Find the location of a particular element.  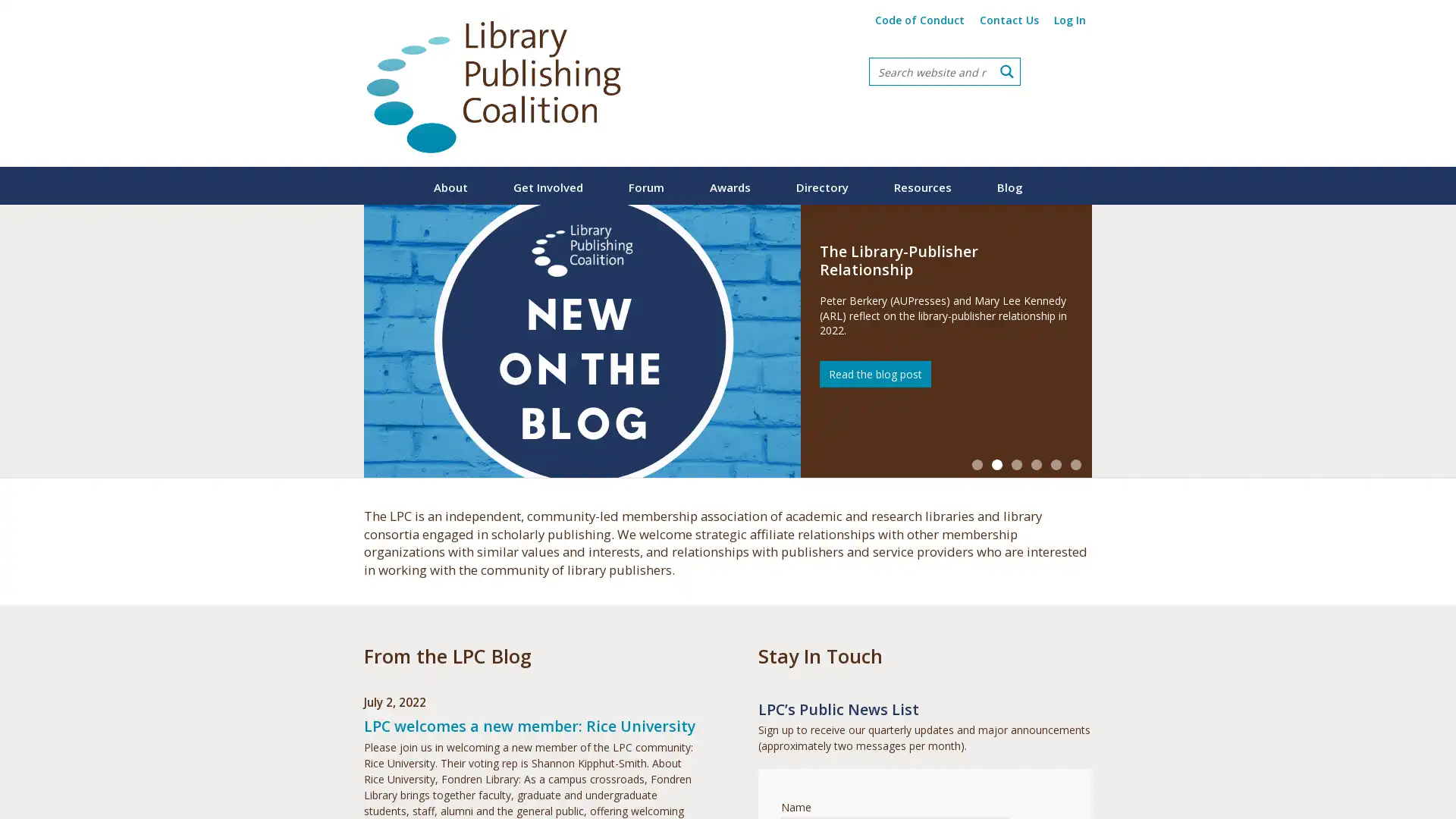

Go to slide 6 is located at coordinates (1075, 464).